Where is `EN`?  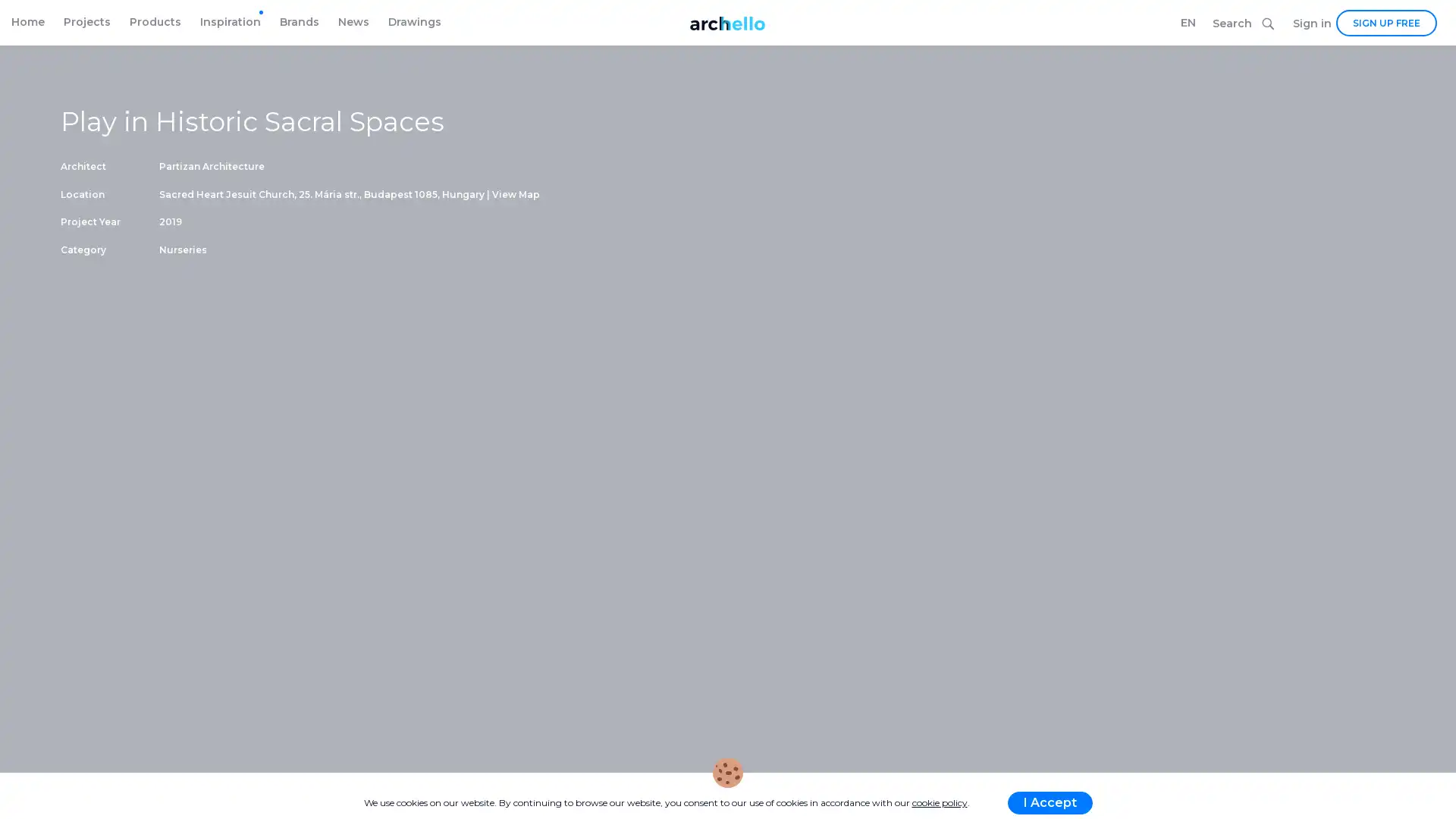 EN is located at coordinates (1187, 23).